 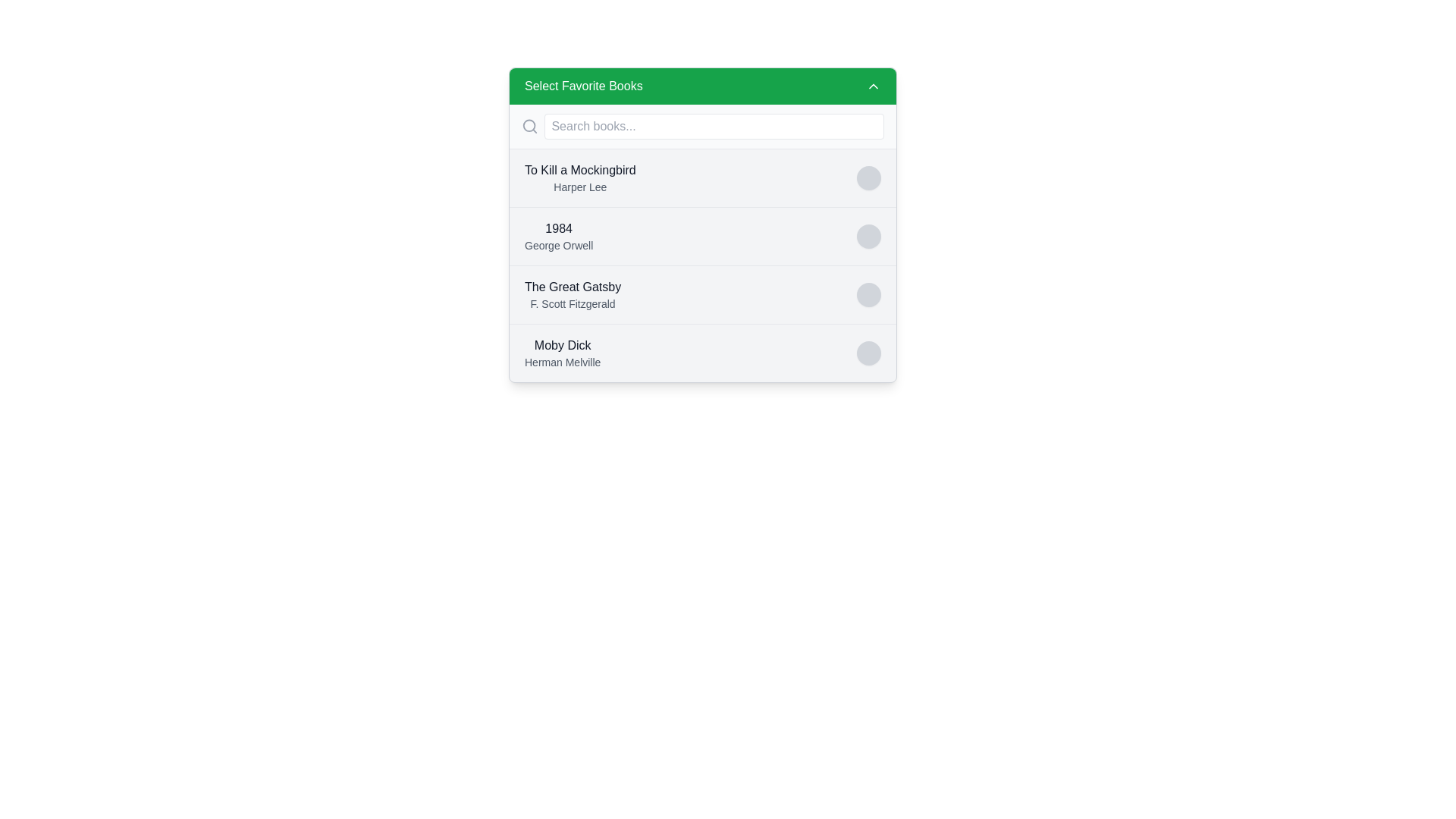 I want to click on the list item displaying the book title '1984' by author 'George Orwell' to make a selection, so click(x=701, y=225).